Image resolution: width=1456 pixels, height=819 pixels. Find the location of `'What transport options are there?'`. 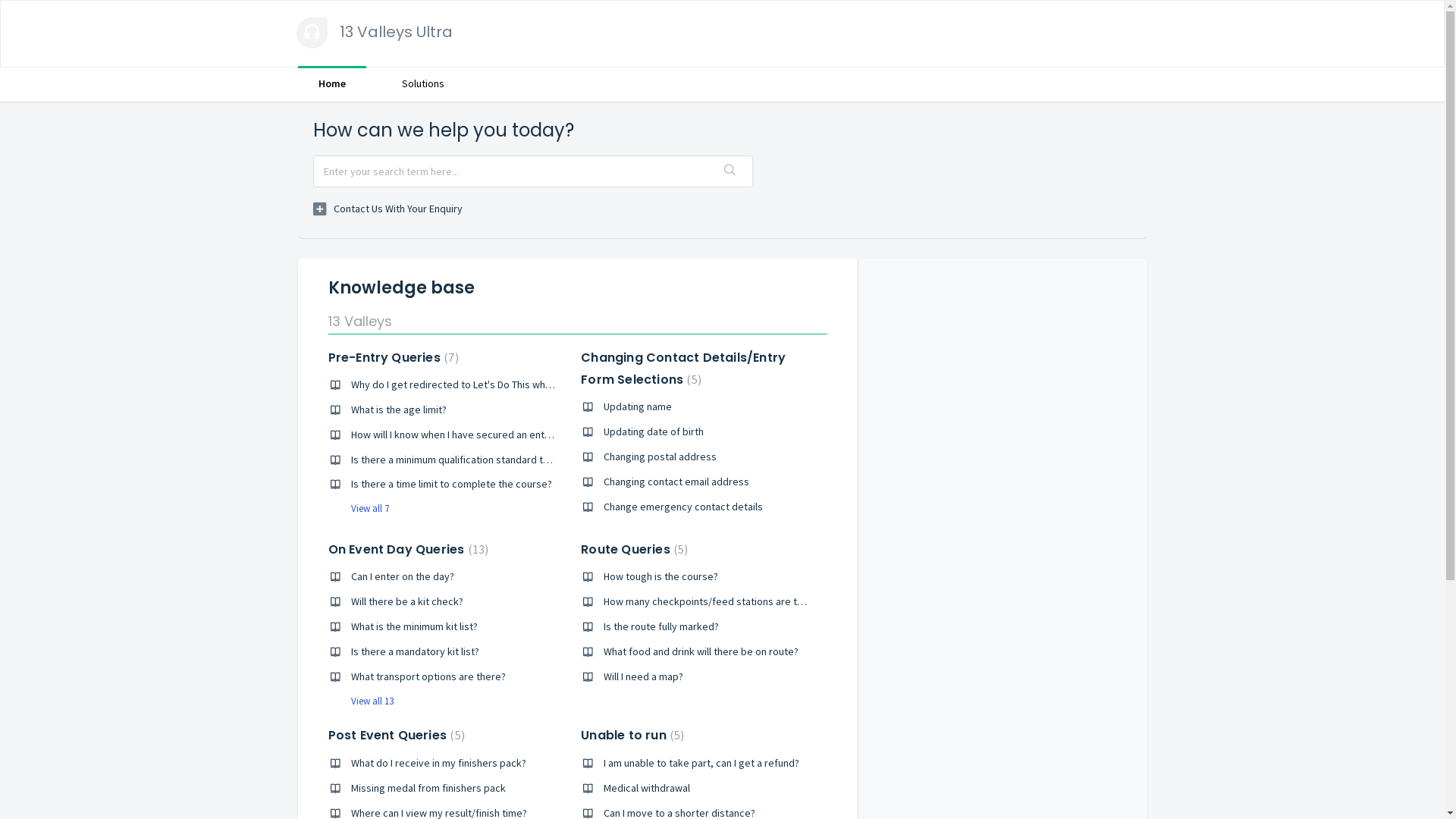

'What transport options are there?' is located at coordinates (349, 675).